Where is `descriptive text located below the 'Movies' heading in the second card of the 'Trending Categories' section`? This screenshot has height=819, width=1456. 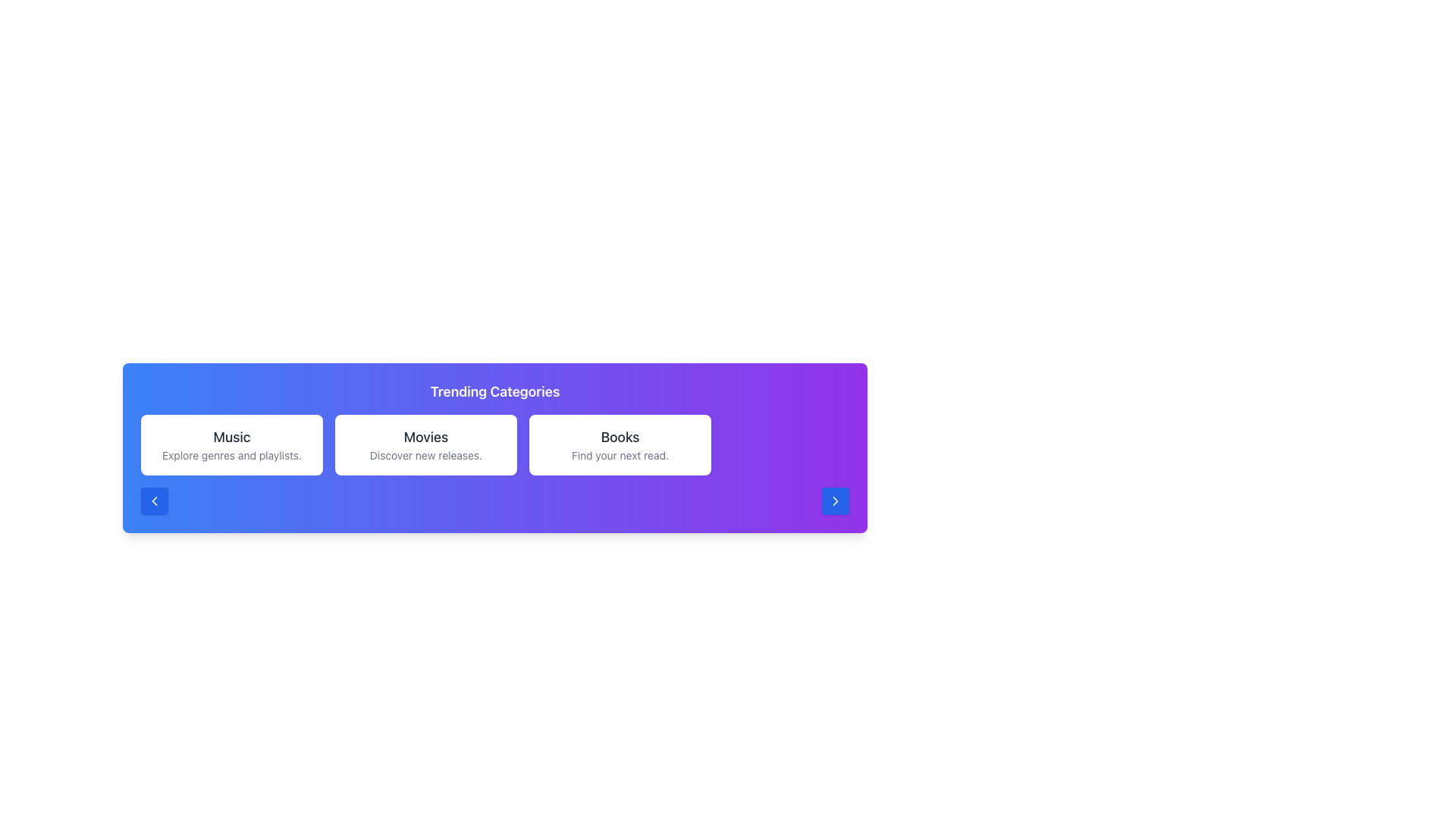 descriptive text located below the 'Movies' heading in the second card of the 'Trending Categories' section is located at coordinates (425, 455).